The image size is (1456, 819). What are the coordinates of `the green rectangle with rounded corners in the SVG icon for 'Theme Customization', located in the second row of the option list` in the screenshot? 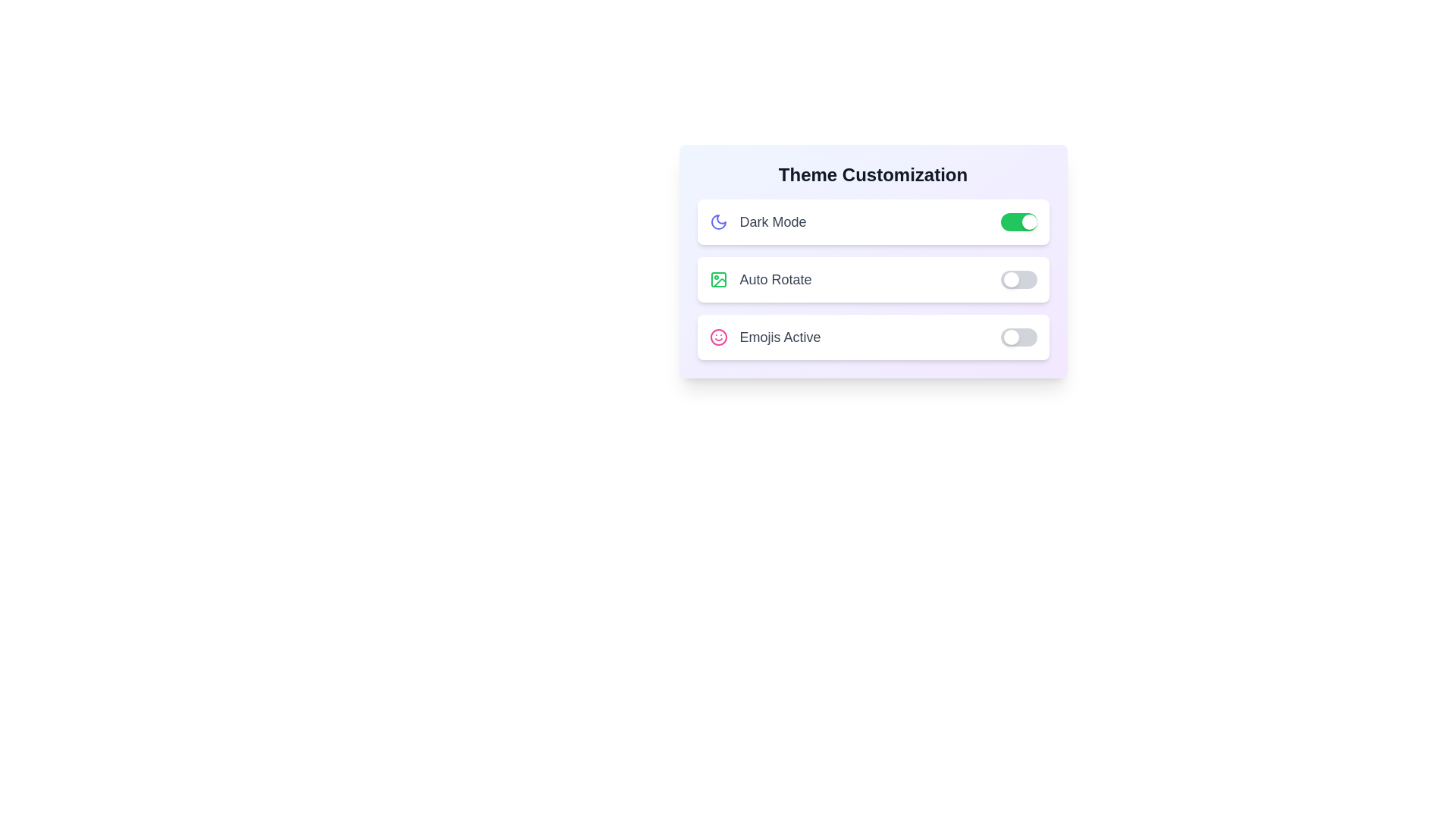 It's located at (717, 280).